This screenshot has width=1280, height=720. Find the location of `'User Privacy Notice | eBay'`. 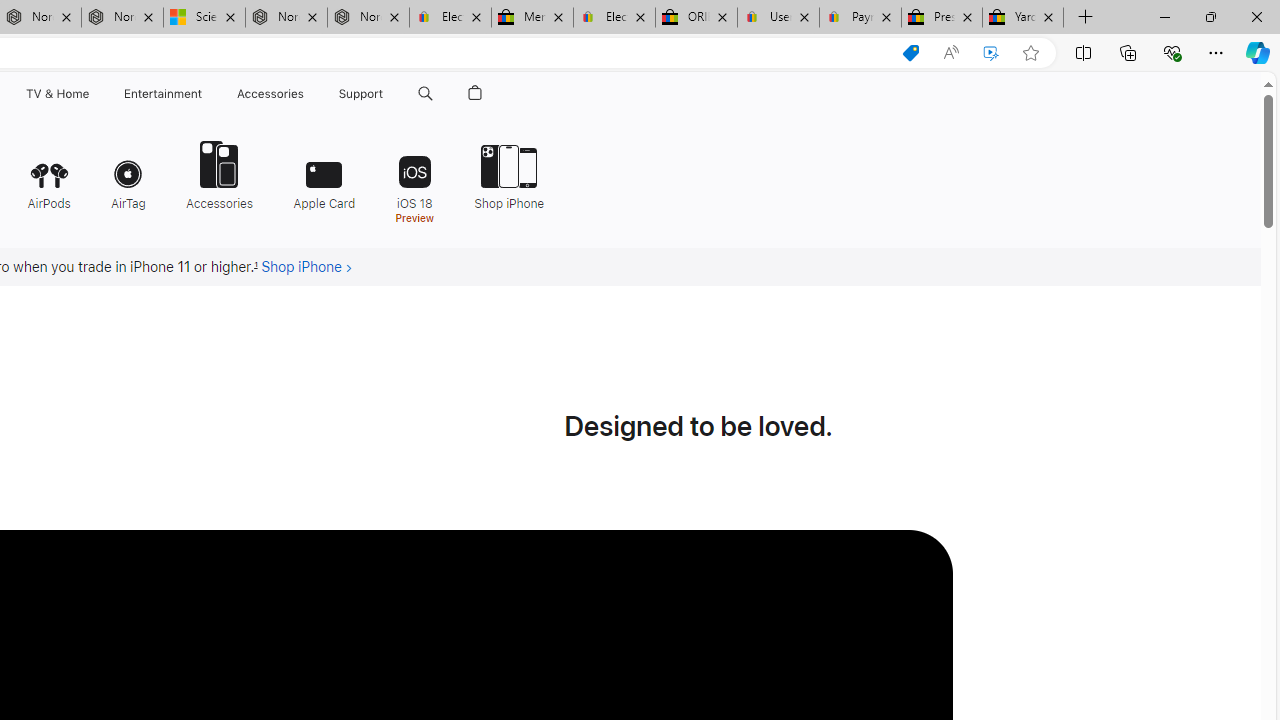

'User Privacy Notice | eBay' is located at coordinates (777, 17).